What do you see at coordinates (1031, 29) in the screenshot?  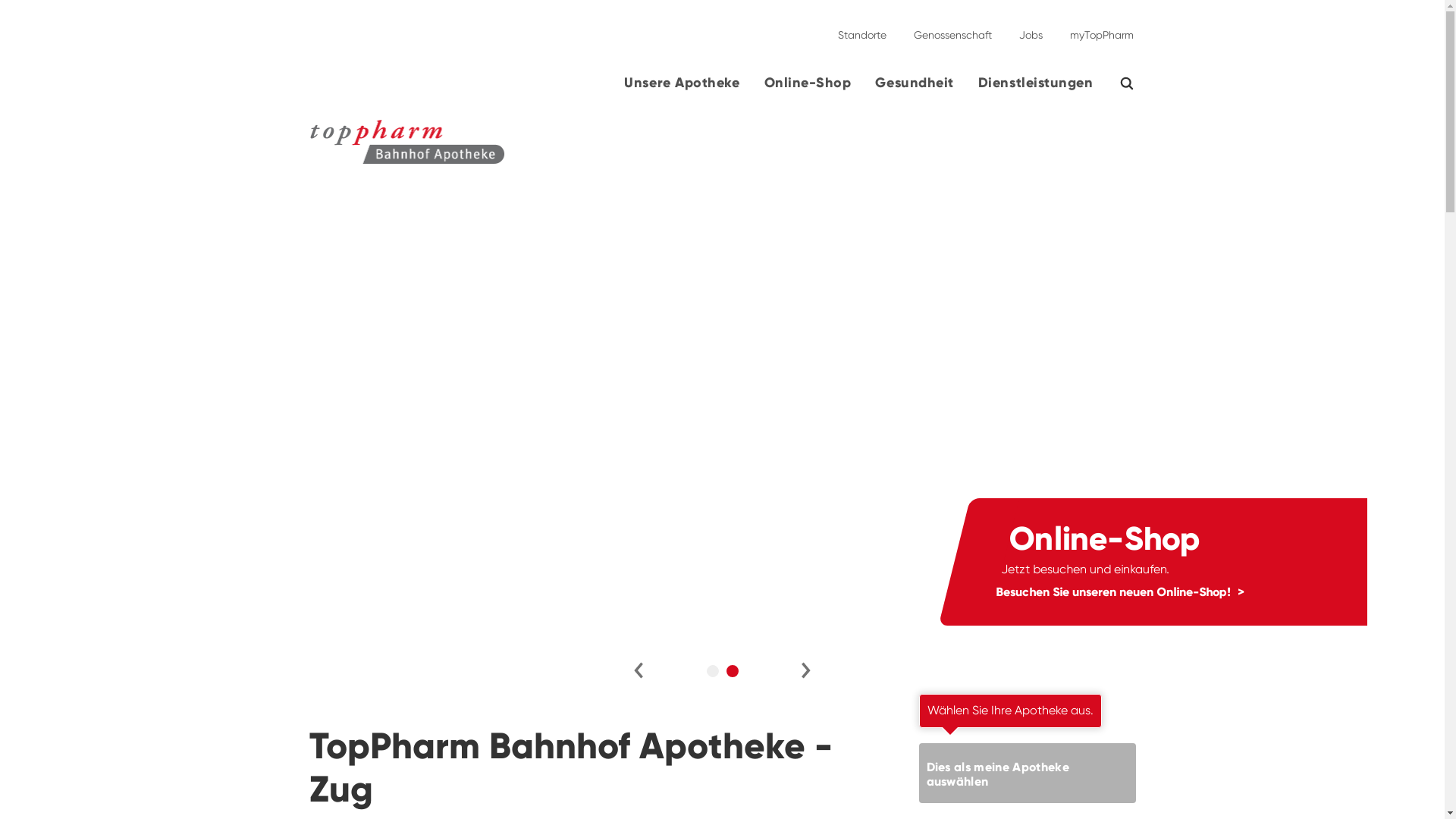 I see `'Jobs'` at bounding box center [1031, 29].